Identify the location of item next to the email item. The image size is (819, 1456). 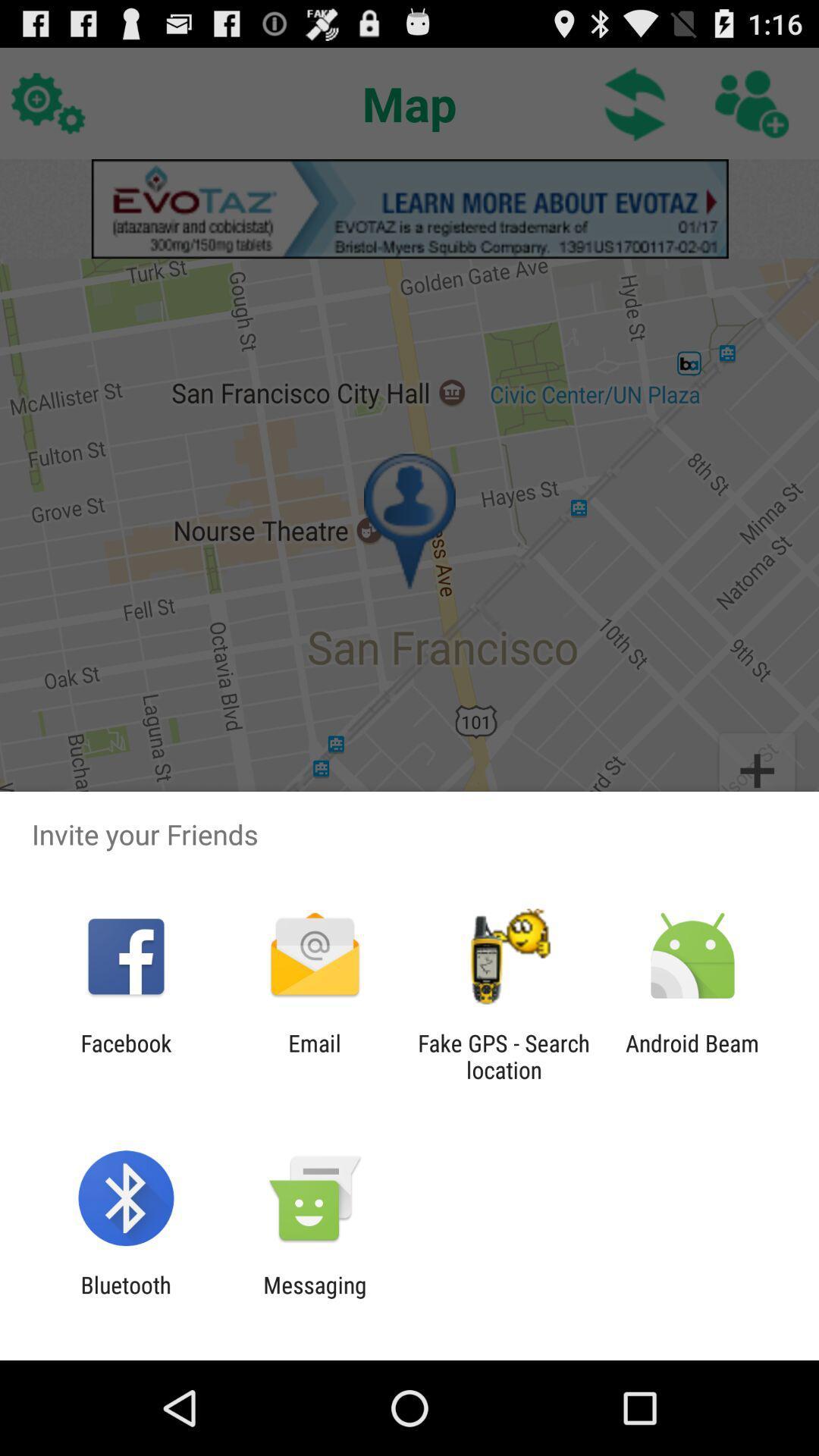
(504, 1056).